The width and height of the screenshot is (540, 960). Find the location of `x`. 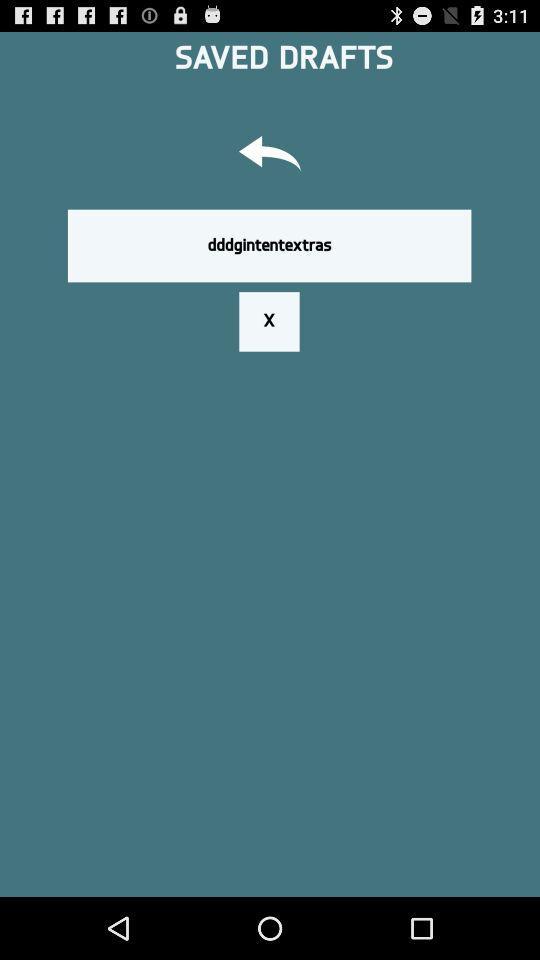

x is located at coordinates (269, 321).